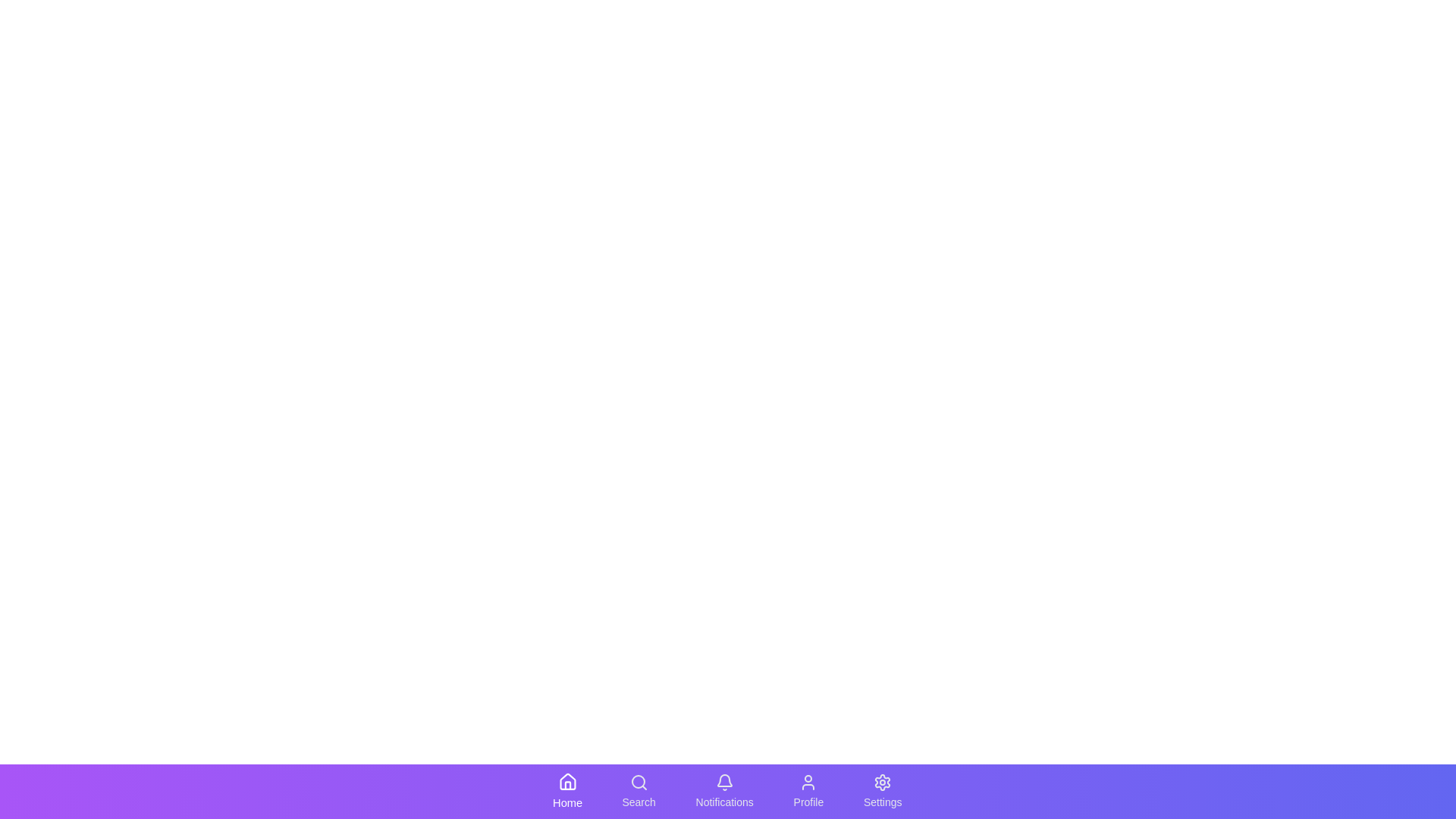  Describe the element at coordinates (639, 791) in the screenshot. I see `the Search tab in the bottom navigation bar` at that location.